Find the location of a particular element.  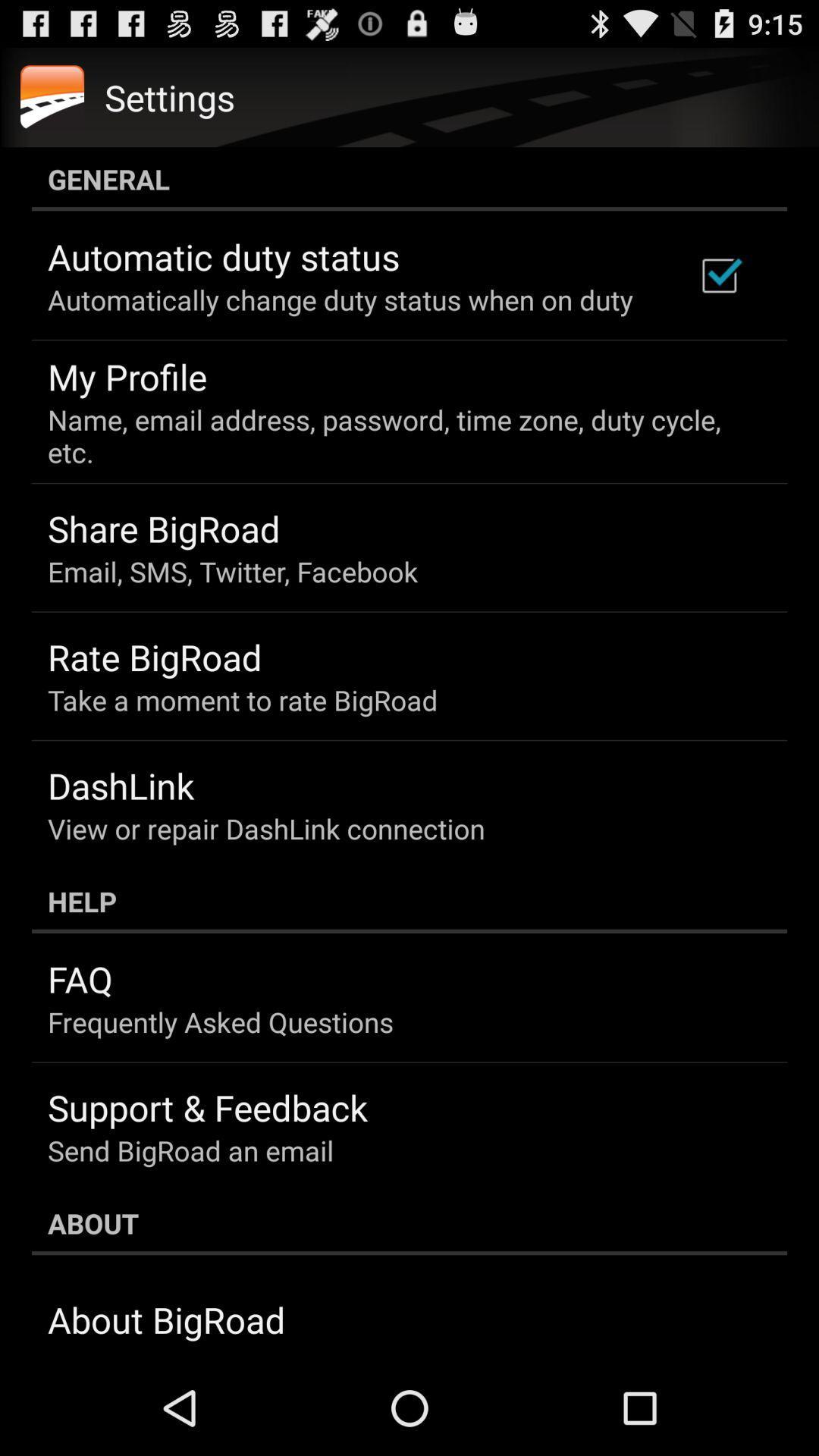

automatically change duty icon is located at coordinates (339, 300).